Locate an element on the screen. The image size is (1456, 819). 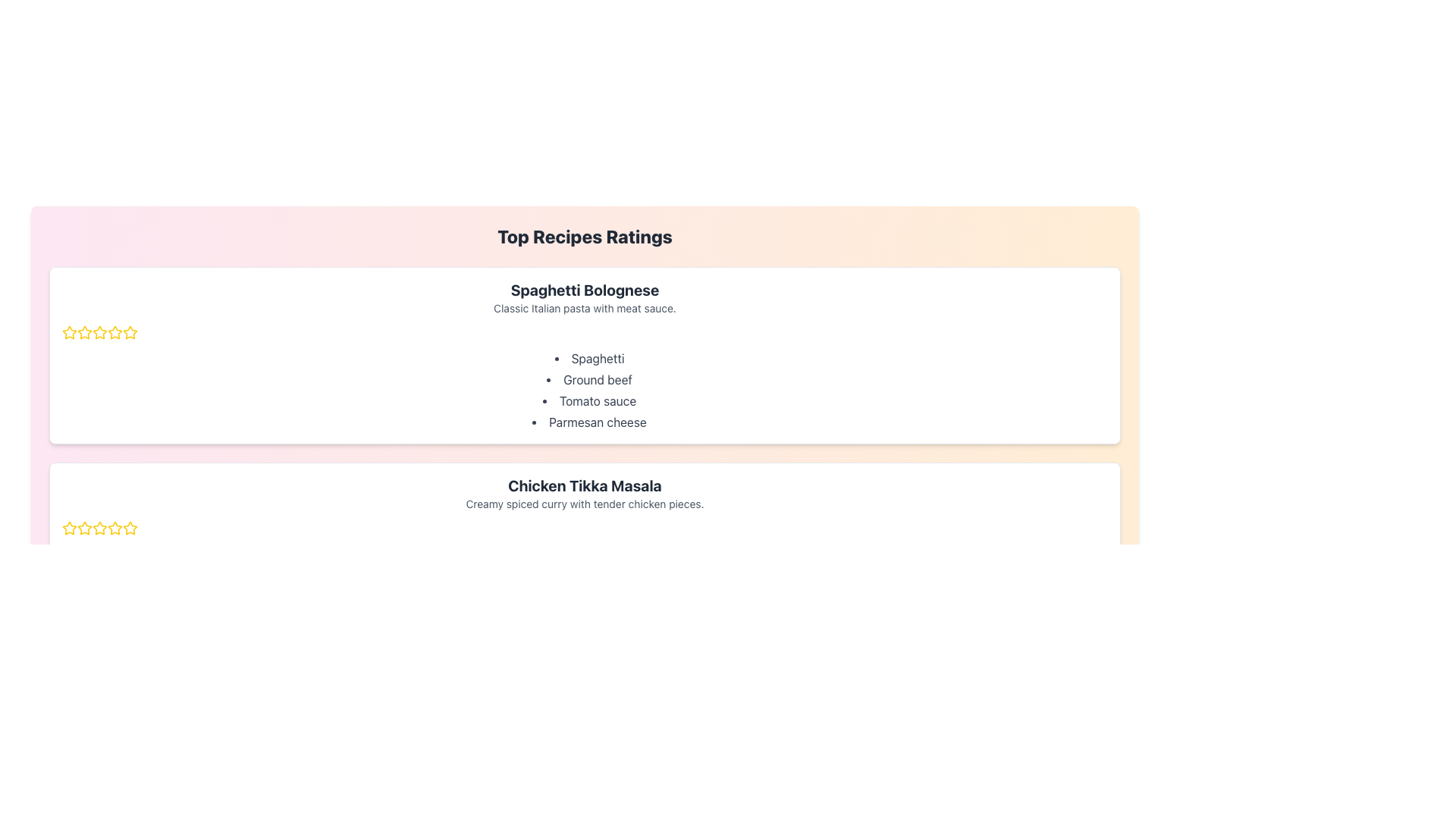
the second star icon in the 5-star rating system to rate it is located at coordinates (130, 331).